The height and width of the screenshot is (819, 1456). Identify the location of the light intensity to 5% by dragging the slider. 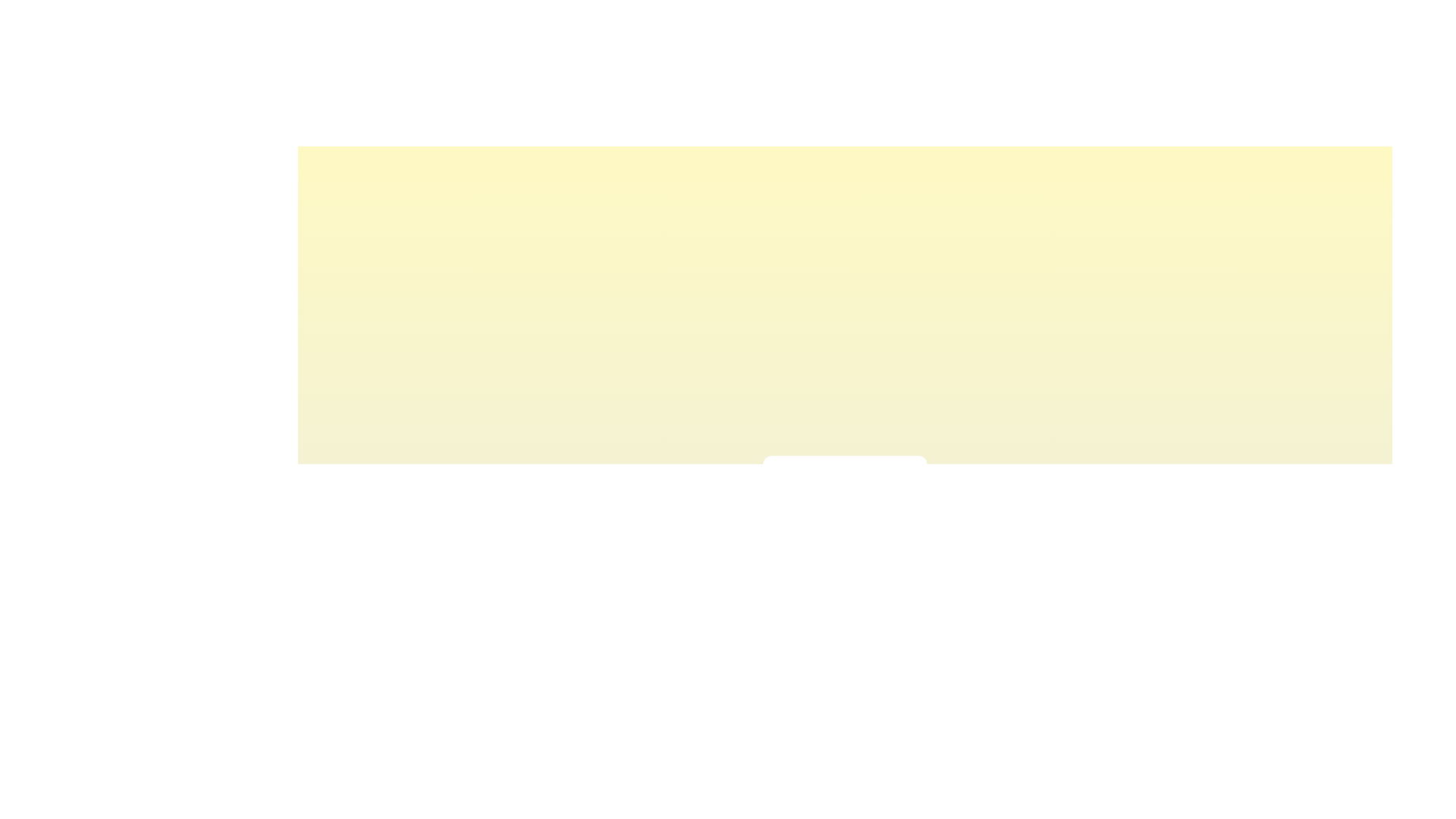
(787, 513).